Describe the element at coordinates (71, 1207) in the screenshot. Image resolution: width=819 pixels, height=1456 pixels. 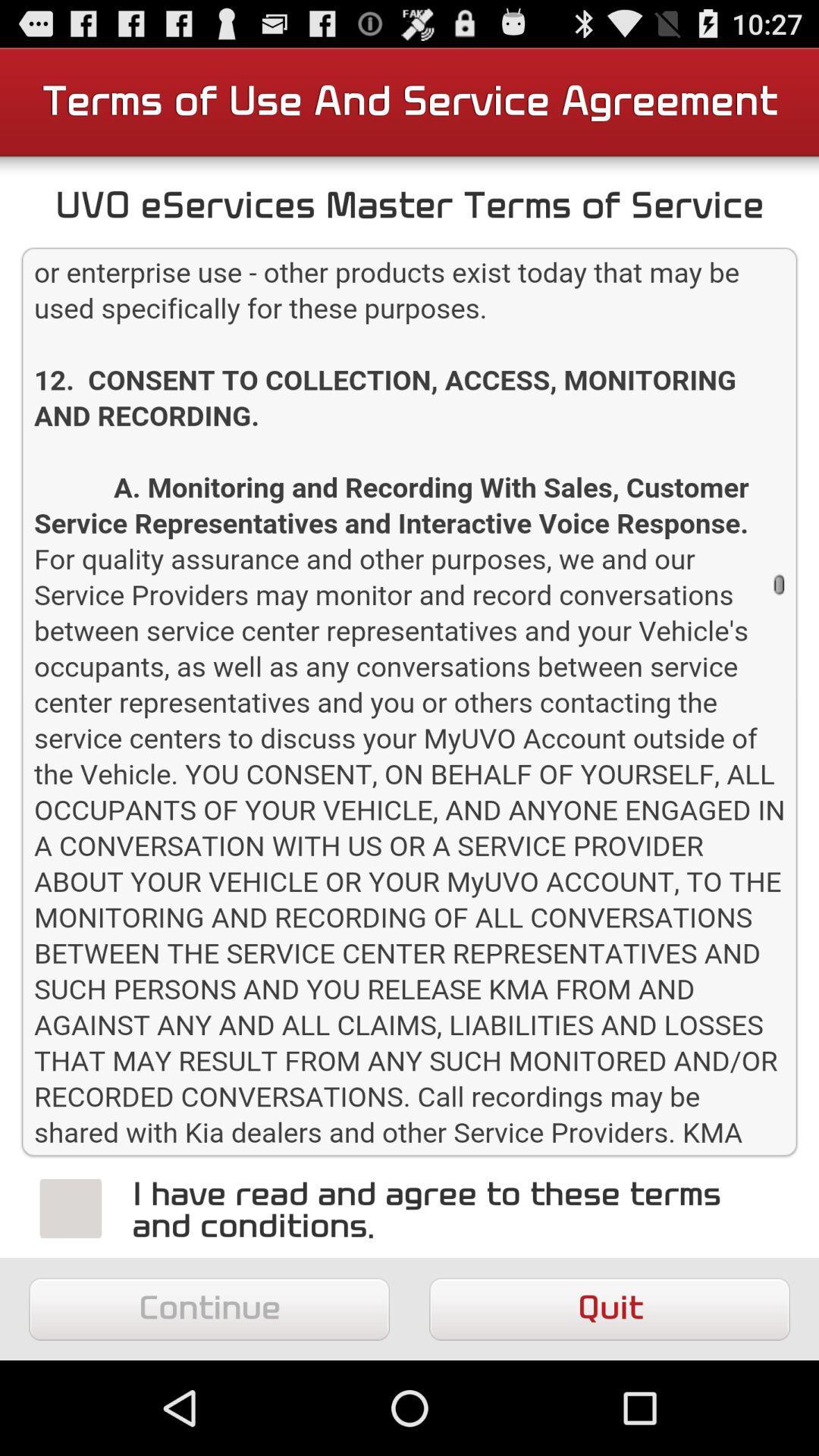
I see `stop button` at that location.